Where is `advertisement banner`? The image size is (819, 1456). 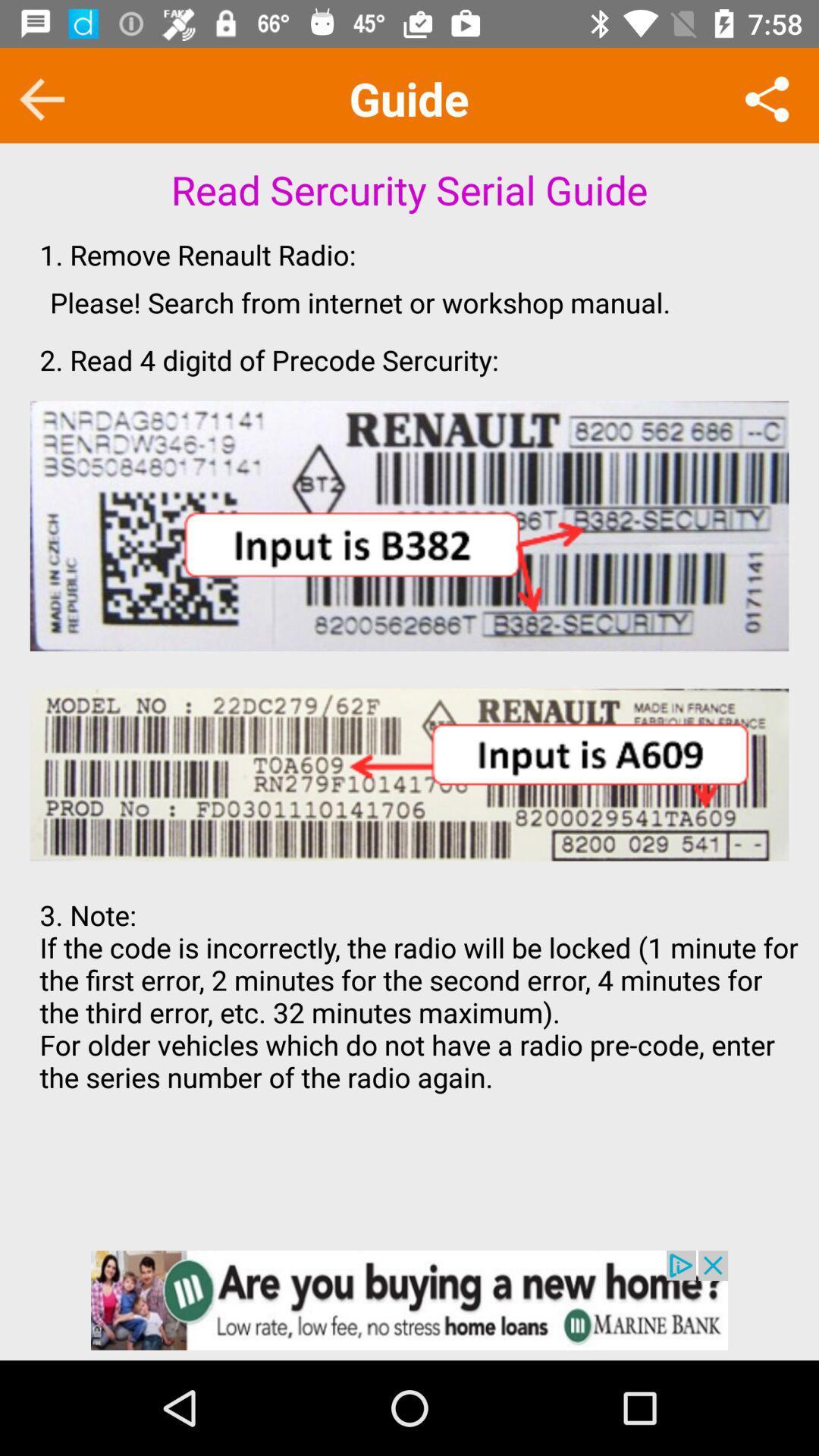 advertisement banner is located at coordinates (409, 1299).